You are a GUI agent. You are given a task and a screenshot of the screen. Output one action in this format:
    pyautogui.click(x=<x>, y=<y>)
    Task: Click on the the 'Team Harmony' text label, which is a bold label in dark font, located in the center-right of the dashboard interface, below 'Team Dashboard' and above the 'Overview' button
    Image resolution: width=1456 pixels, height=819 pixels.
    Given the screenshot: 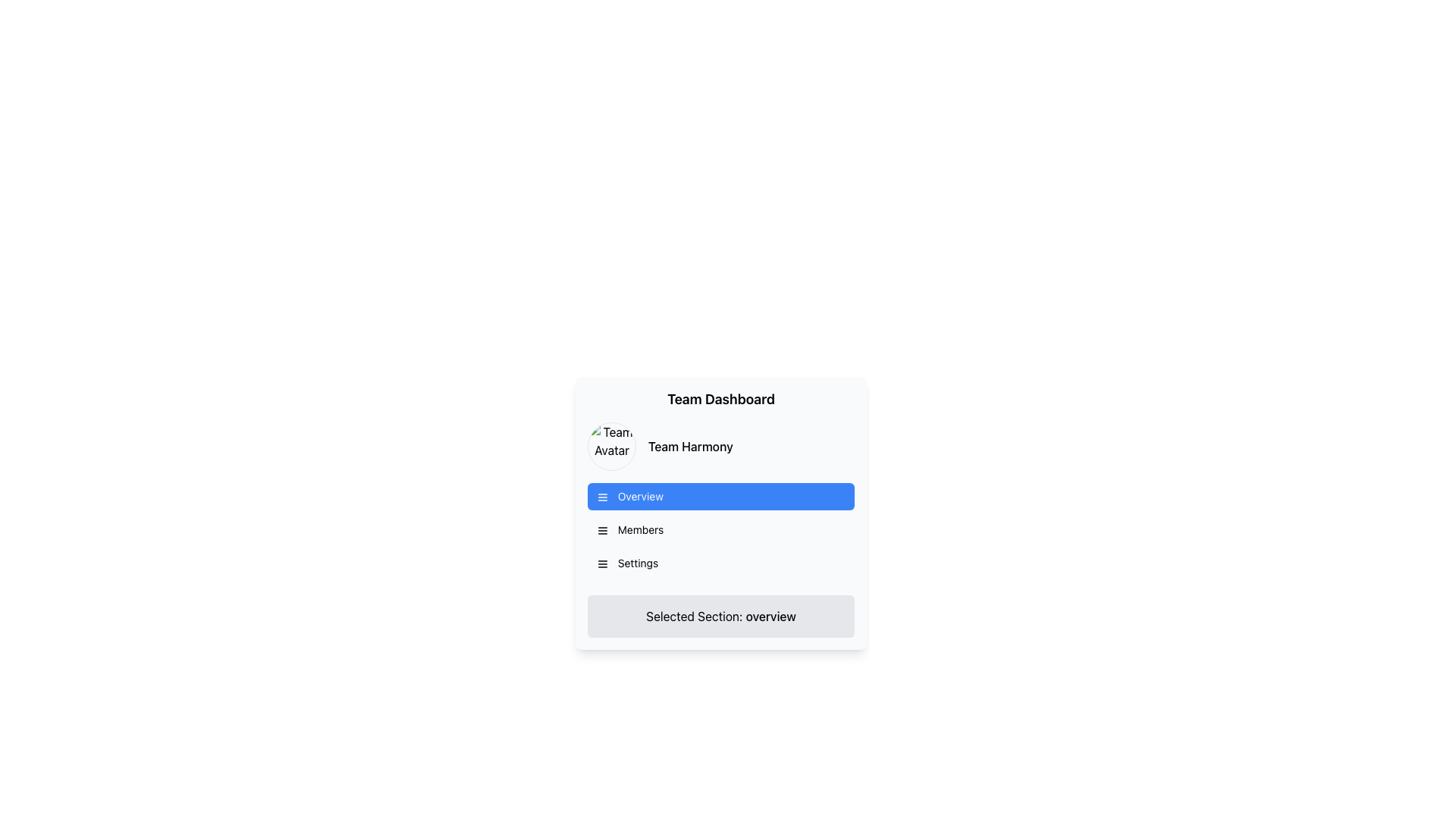 What is the action you would take?
    pyautogui.click(x=689, y=446)
    